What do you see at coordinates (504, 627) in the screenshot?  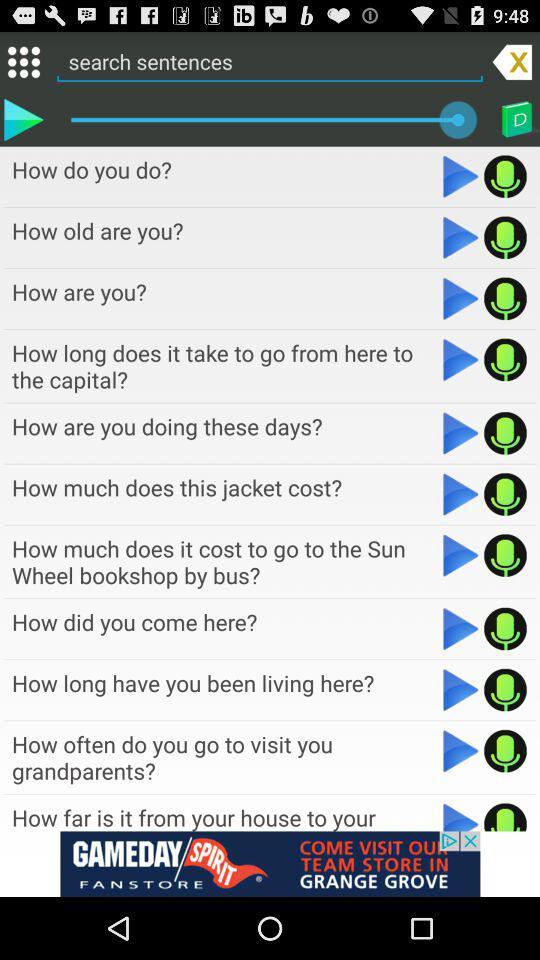 I see `the mic icon on the eight row` at bounding box center [504, 627].